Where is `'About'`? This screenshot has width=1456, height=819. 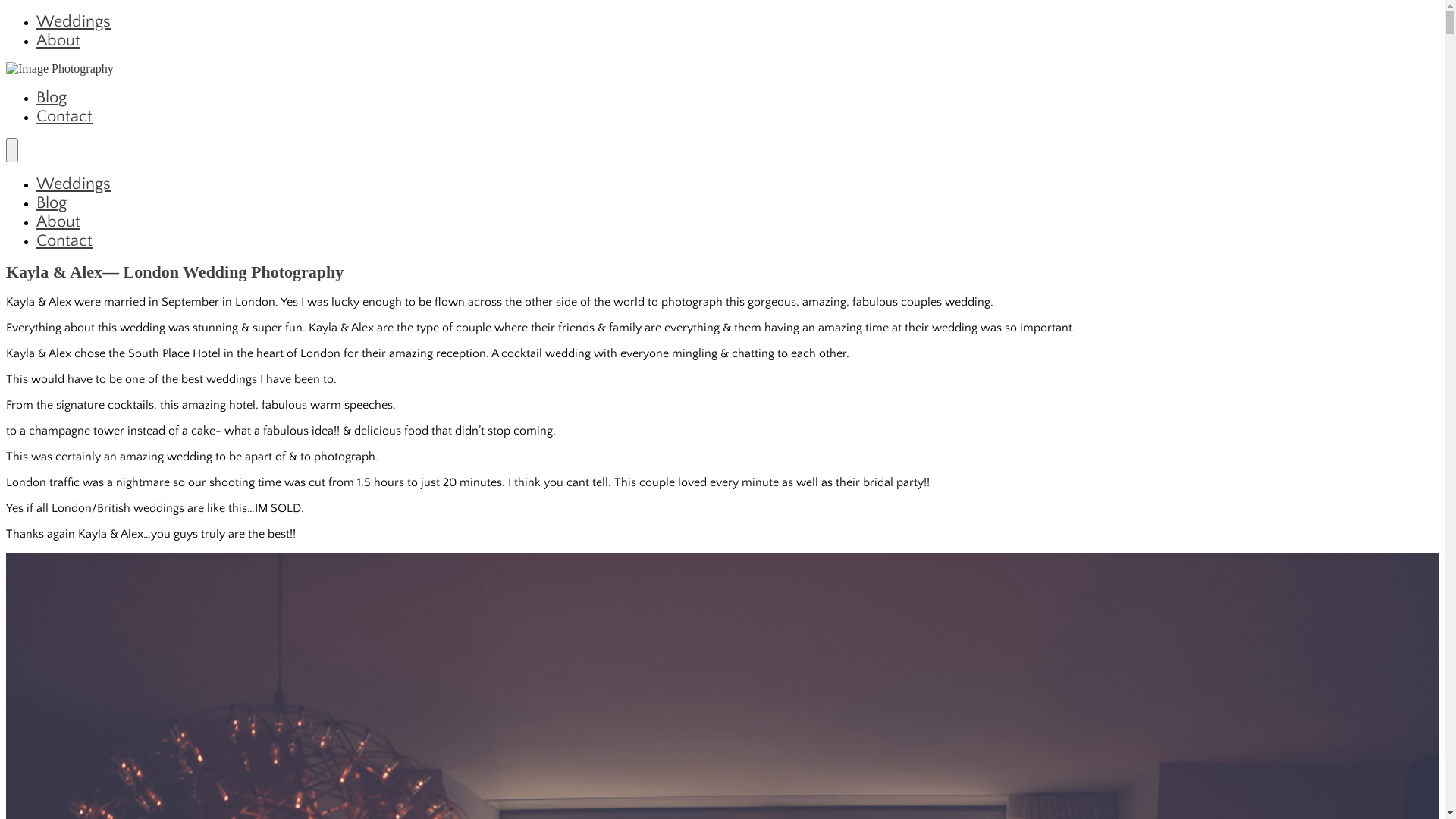 'About' is located at coordinates (36, 221).